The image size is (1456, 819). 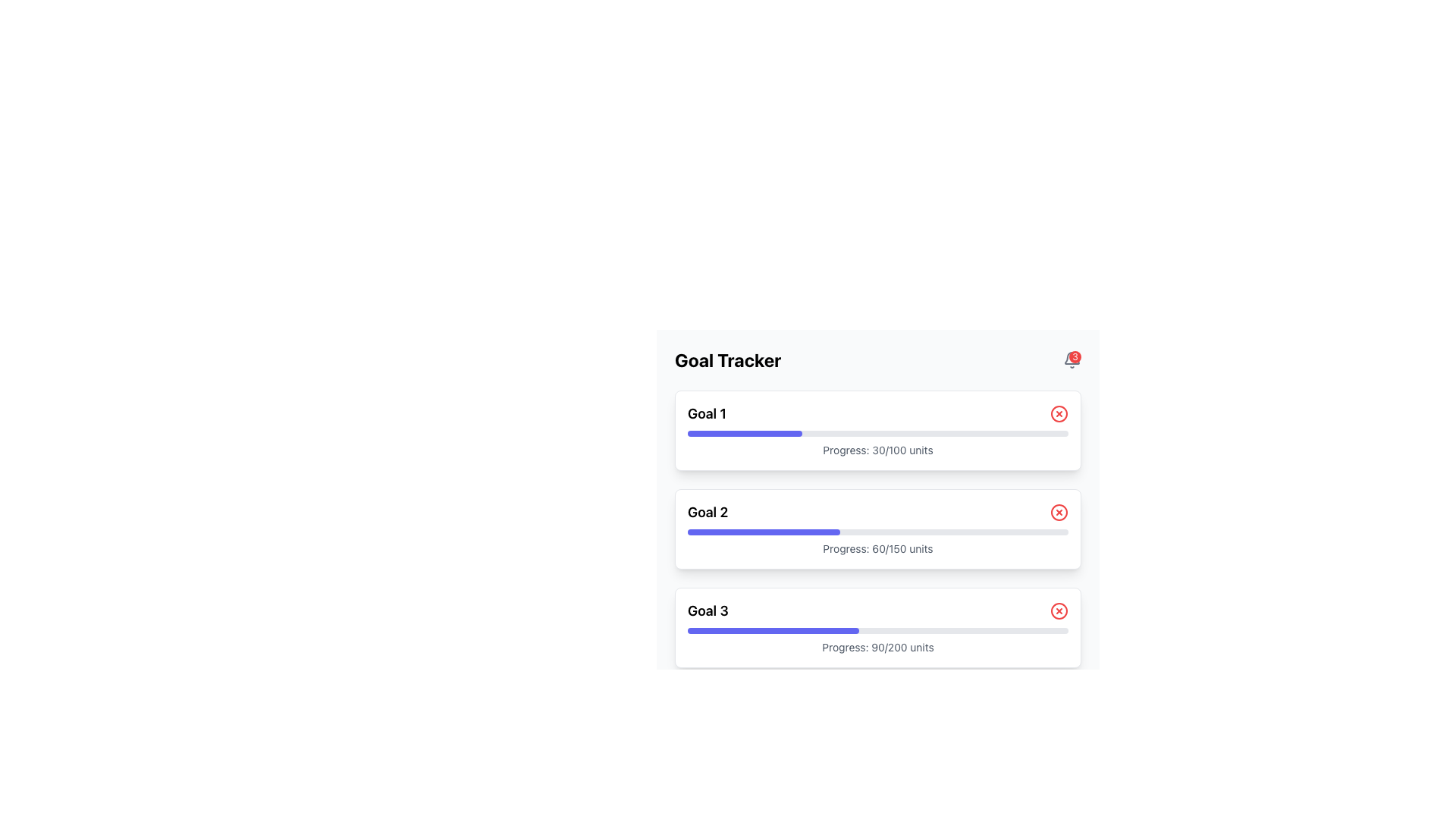 What do you see at coordinates (1058, 512) in the screenshot?
I see `the red circular cancel button with an 'X' inside, located in the 'Goal 2' section` at bounding box center [1058, 512].